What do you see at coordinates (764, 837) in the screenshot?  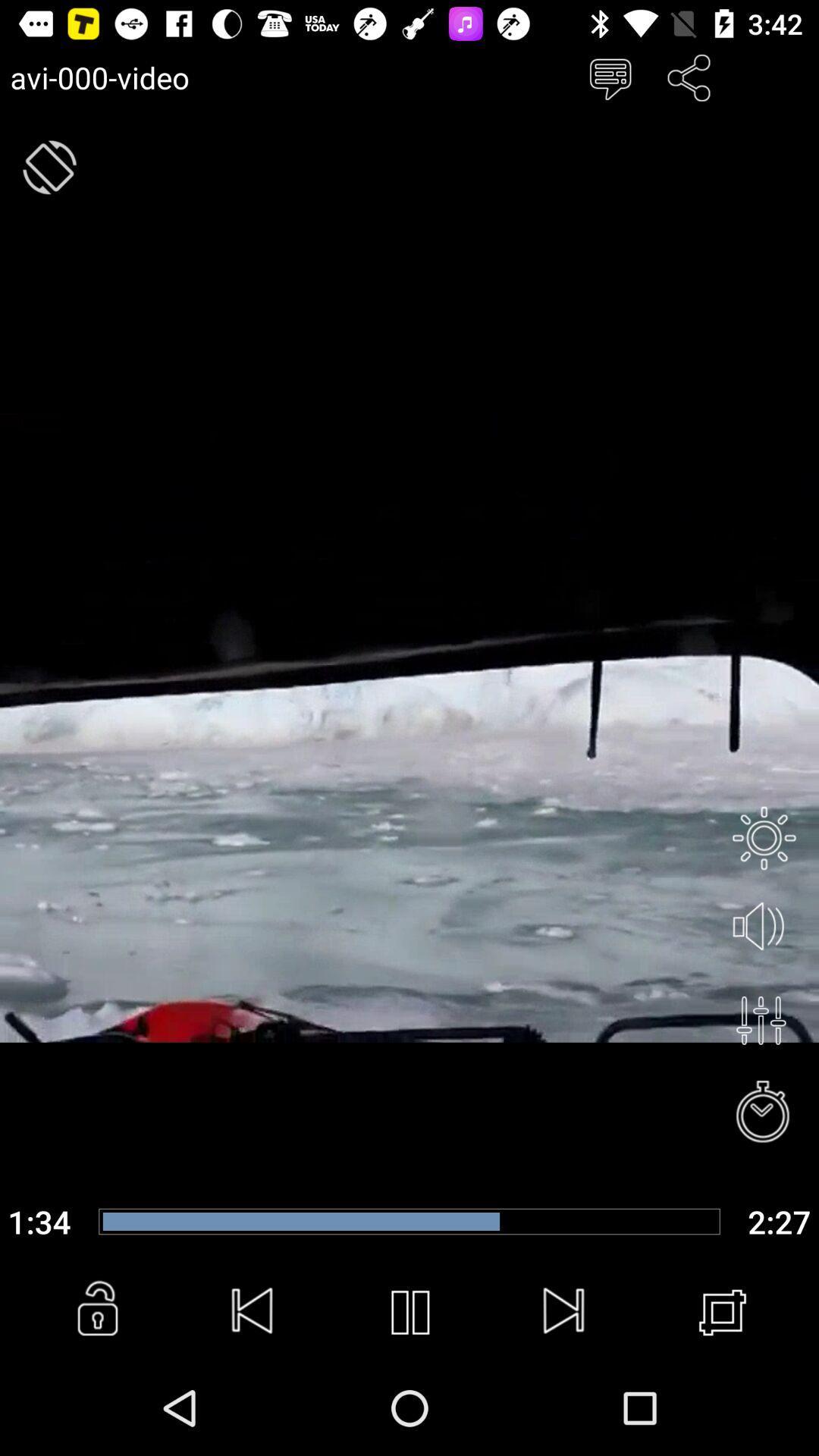 I see `setting and privacy` at bounding box center [764, 837].